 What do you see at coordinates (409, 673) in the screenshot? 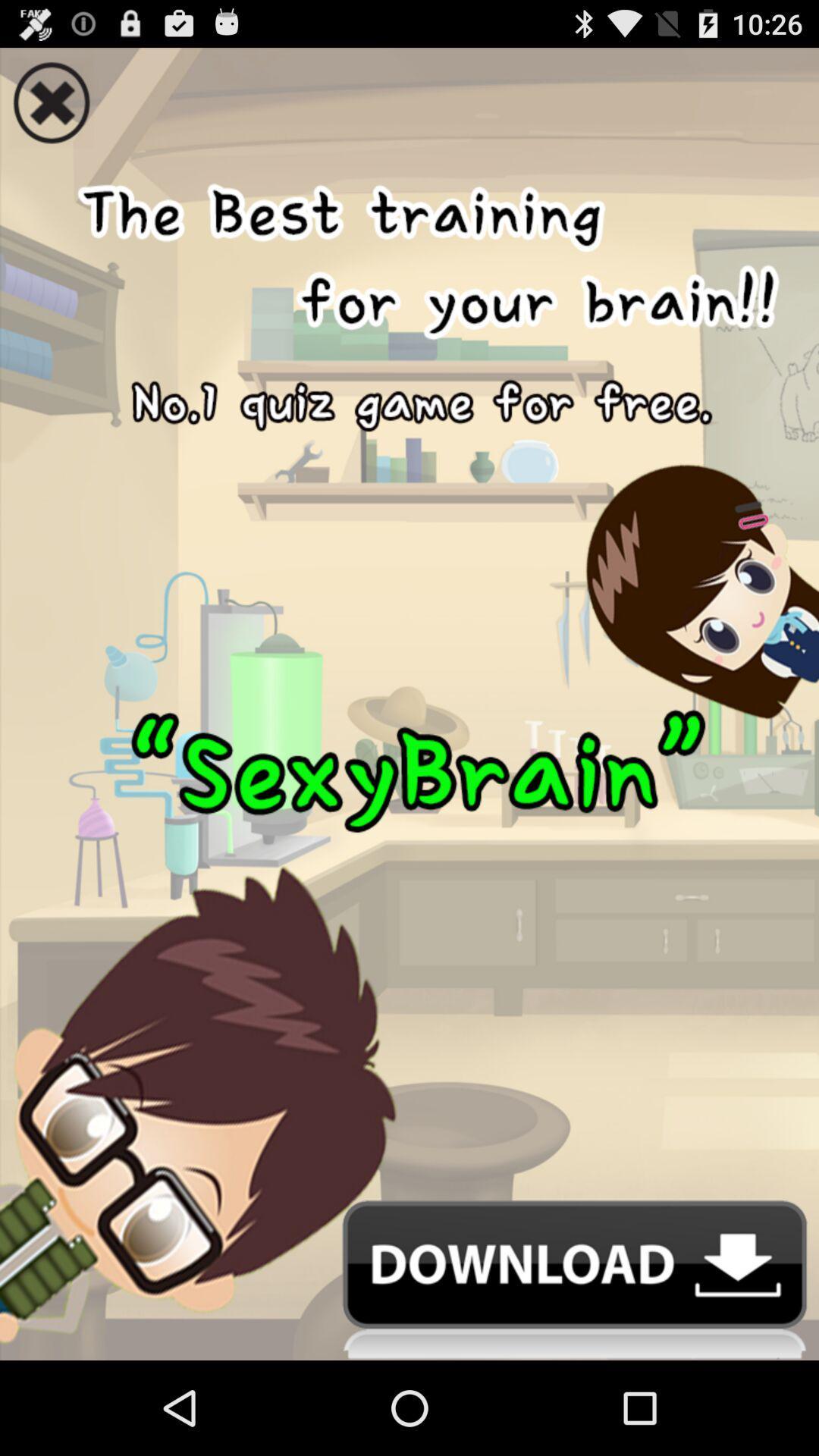
I see `the button at the center` at bounding box center [409, 673].